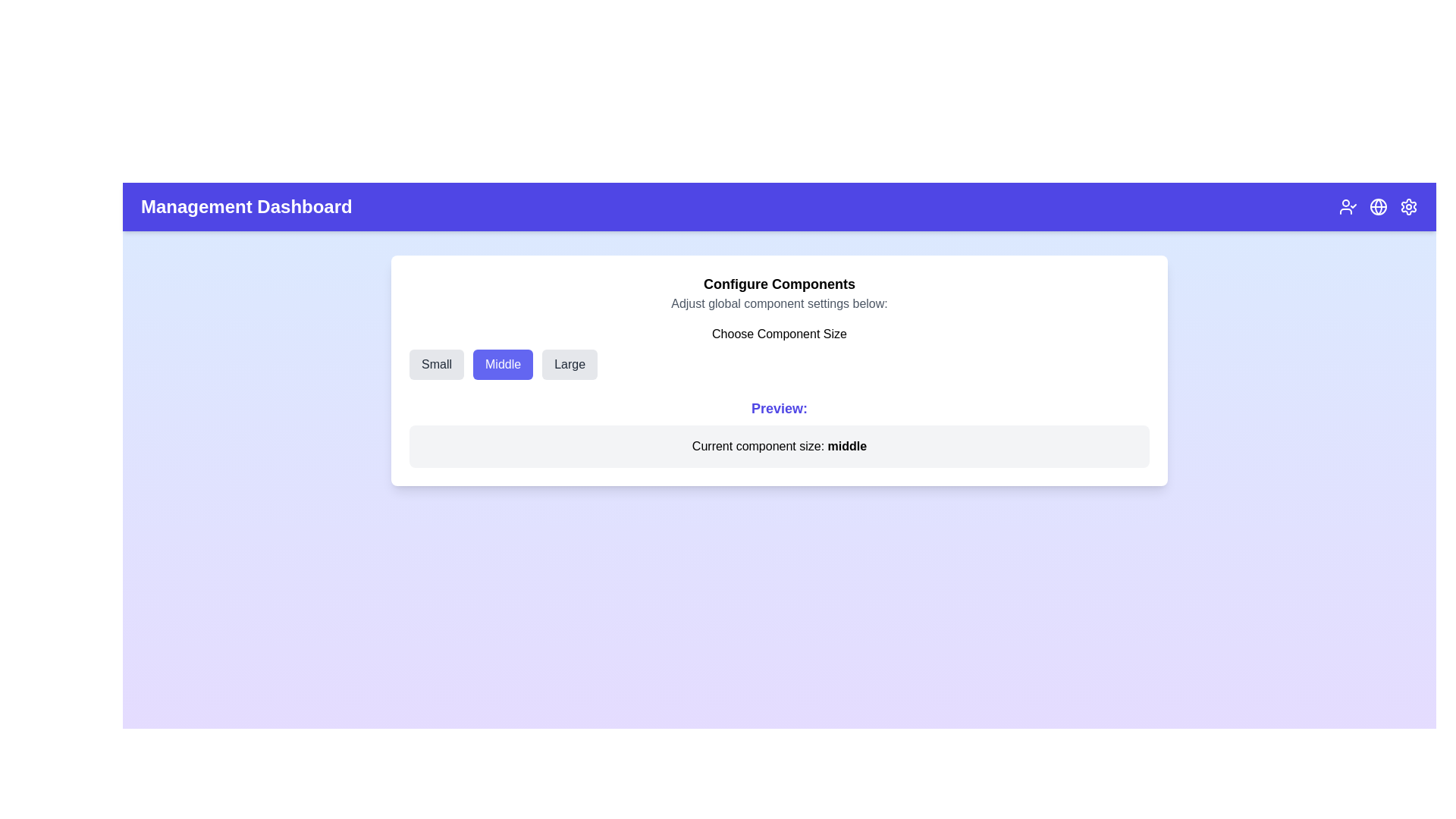 The width and height of the screenshot is (1456, 819). I want to click on the interactive button for selecting a smaller size option, located at the top-left of its group, so click(436, 365).